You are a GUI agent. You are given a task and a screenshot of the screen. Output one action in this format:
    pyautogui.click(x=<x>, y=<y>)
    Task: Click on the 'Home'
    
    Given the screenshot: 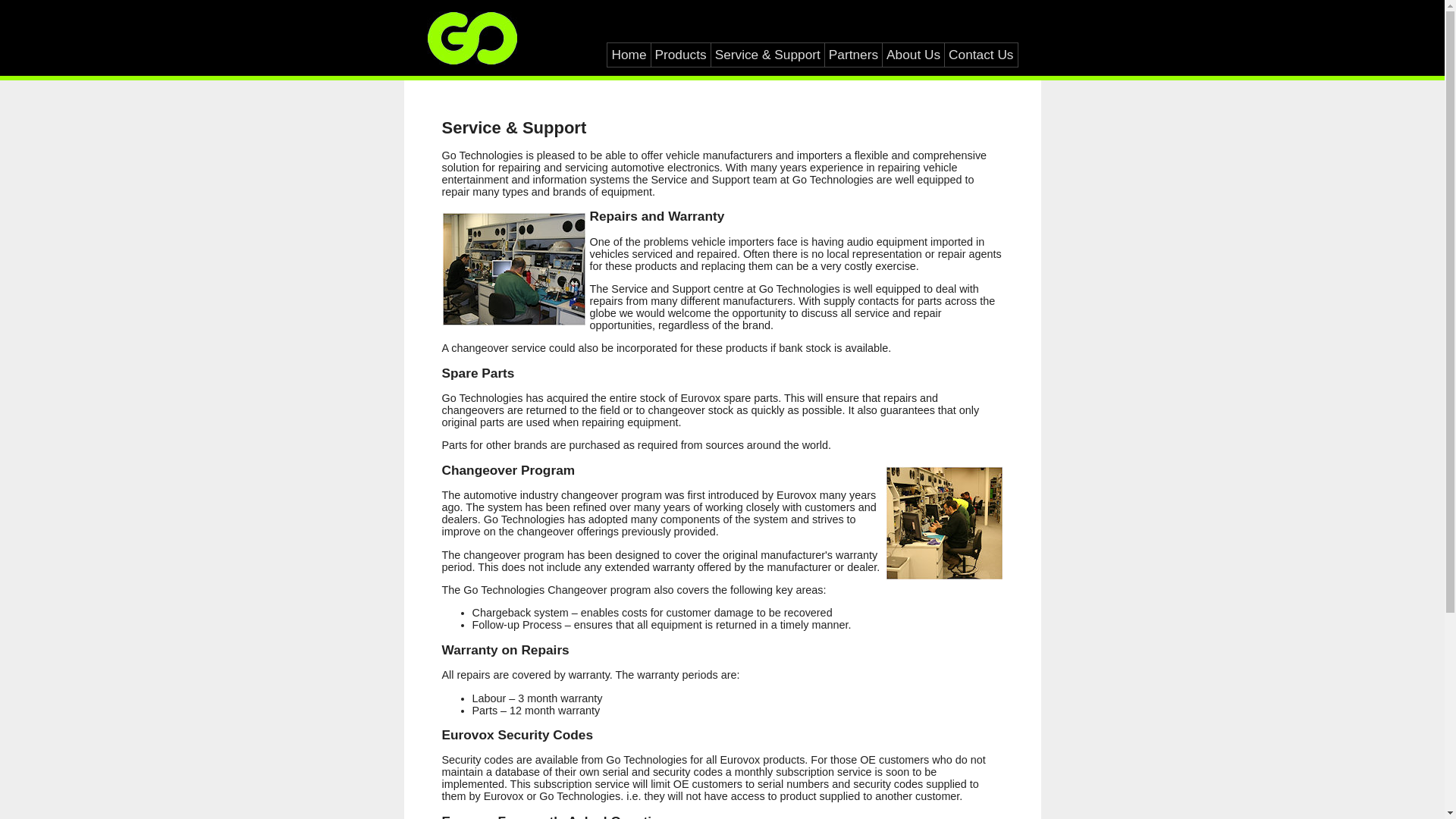 What is the action you would take?
    pyautogui.click(x=629, y=54)
    